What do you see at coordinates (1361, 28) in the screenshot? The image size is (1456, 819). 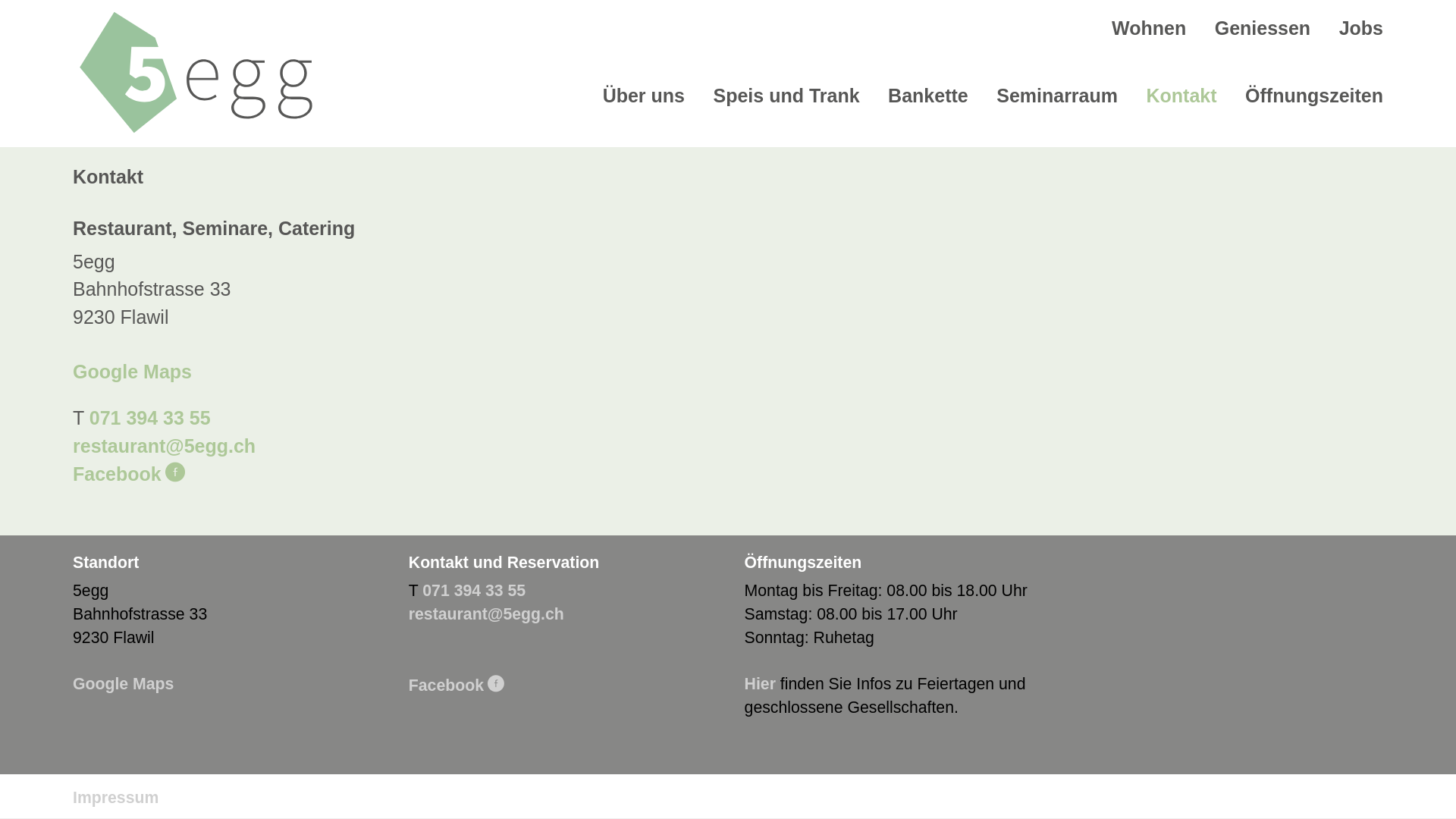 I see `'Jobs'` at bounding box center [1361, 28].